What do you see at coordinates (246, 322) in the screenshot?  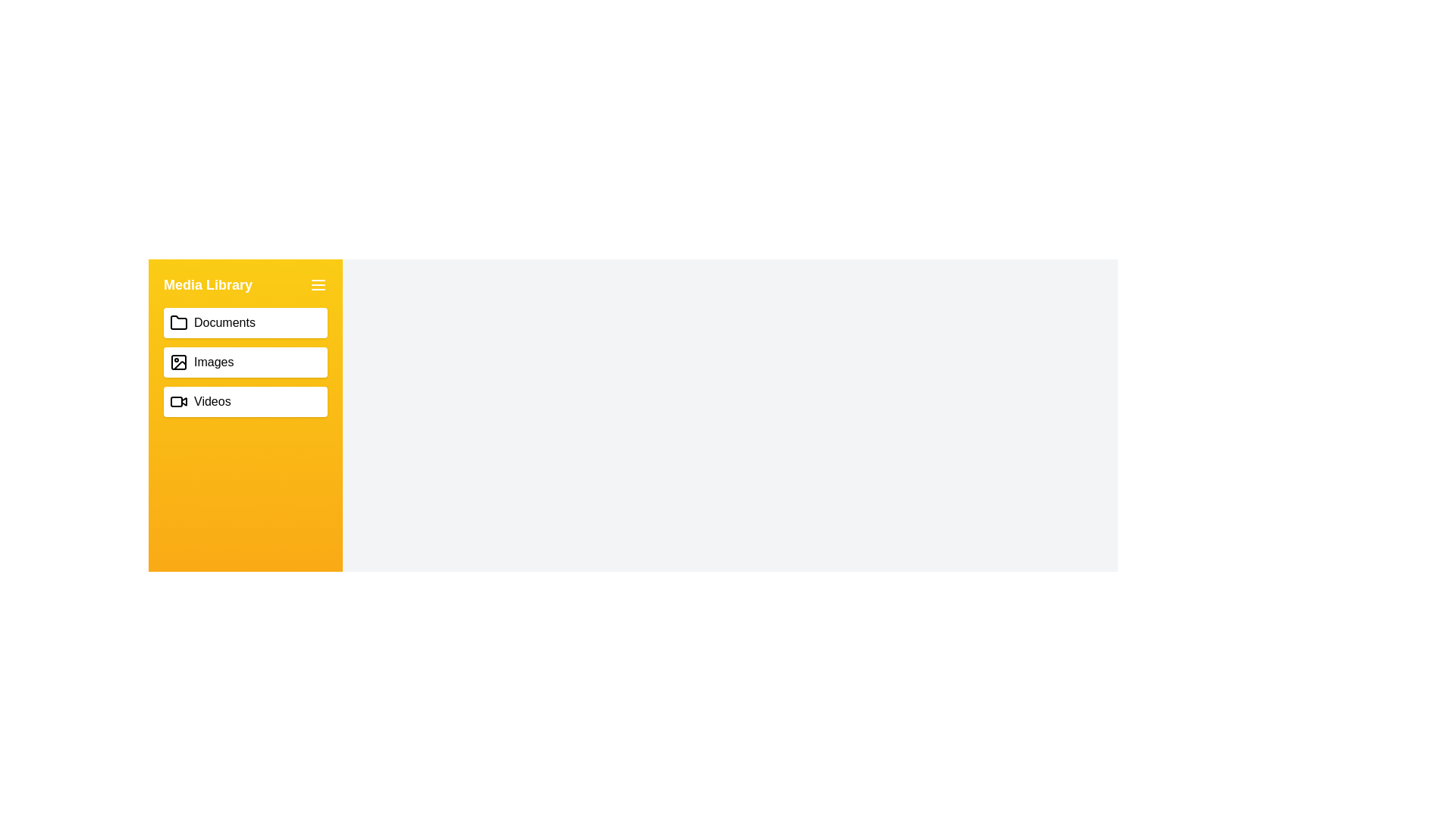 I see `the 'Documents' button in the MediaDrawer` at bounding box center [246, 322].